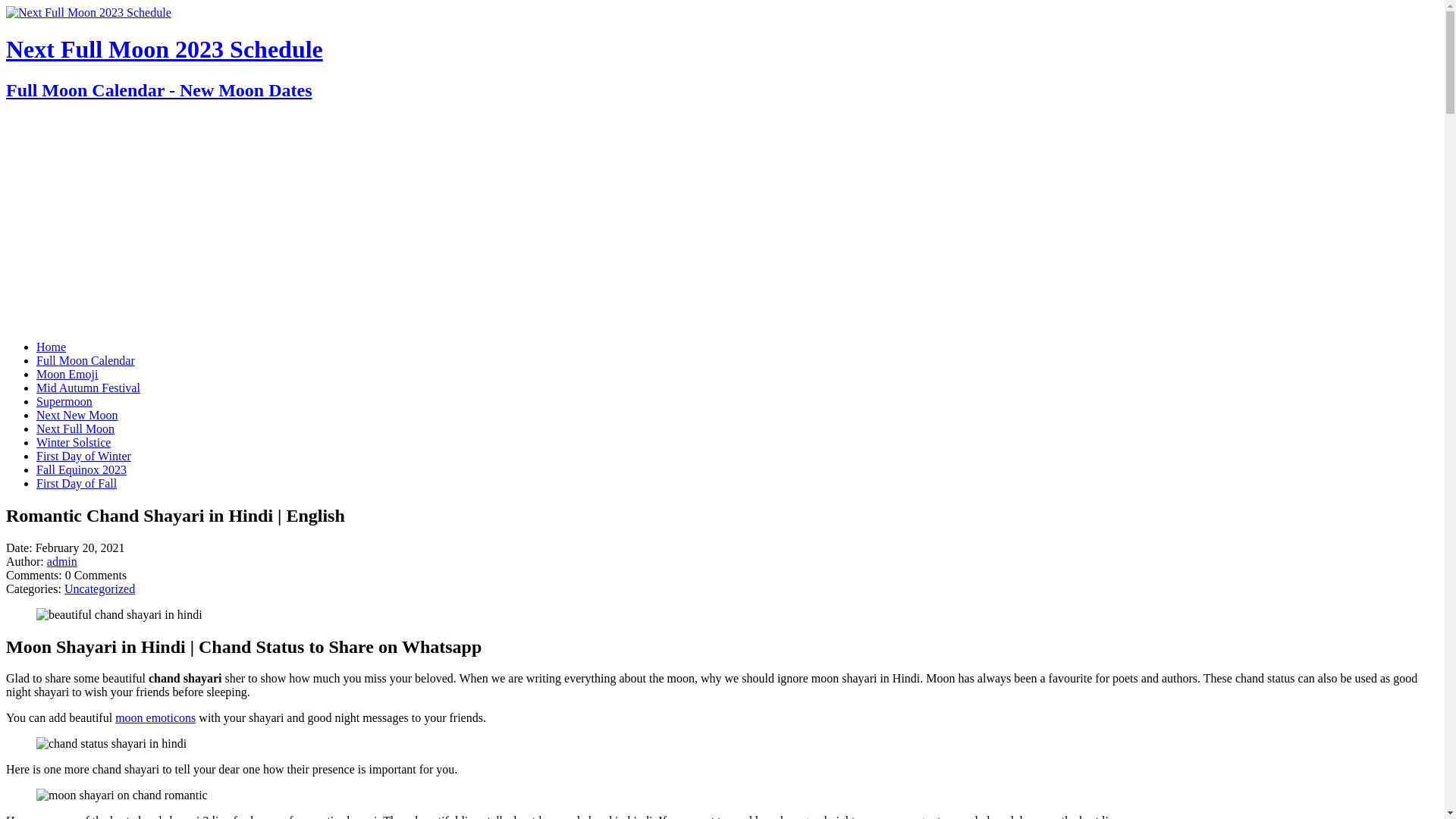 The image size is (1456, 819). I want to click on 'First Day of Winter', so click(83, 455).